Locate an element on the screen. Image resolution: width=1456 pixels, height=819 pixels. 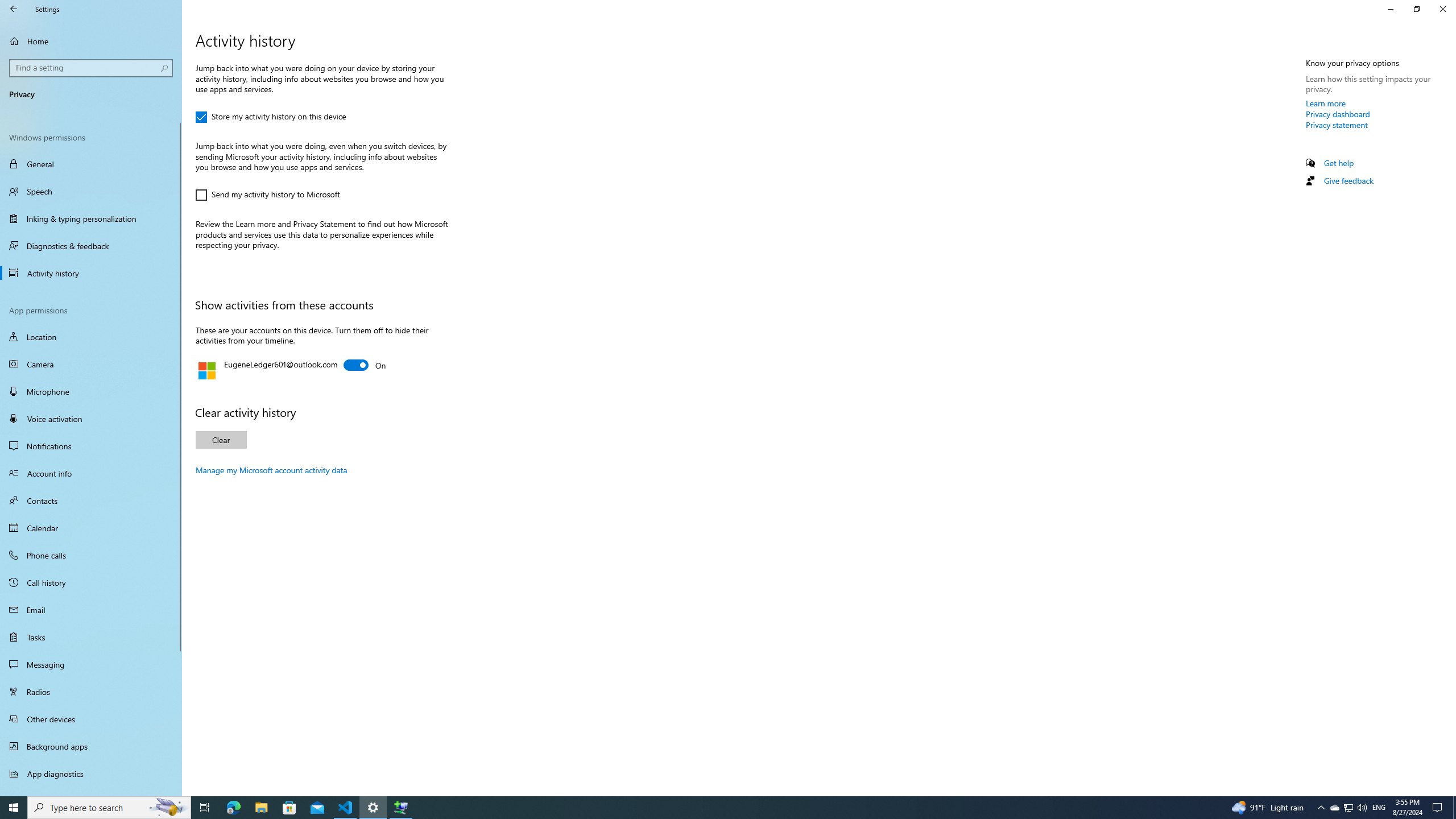
'Location' is located at coordinates (90, 336).